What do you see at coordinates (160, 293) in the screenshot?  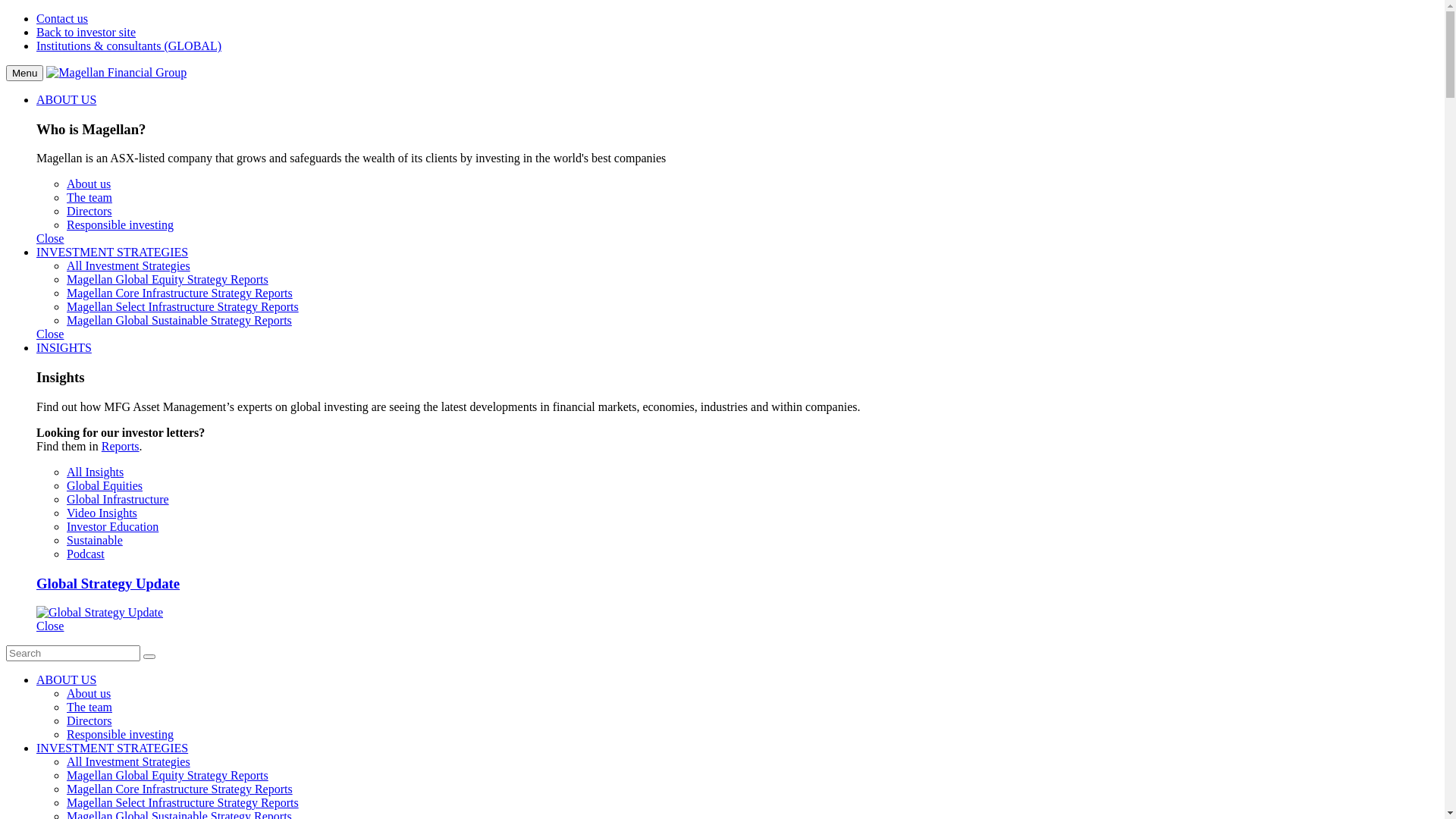 I see `'Magellan Core Infrastructure Strategy'` at bounding box center [160, 293].